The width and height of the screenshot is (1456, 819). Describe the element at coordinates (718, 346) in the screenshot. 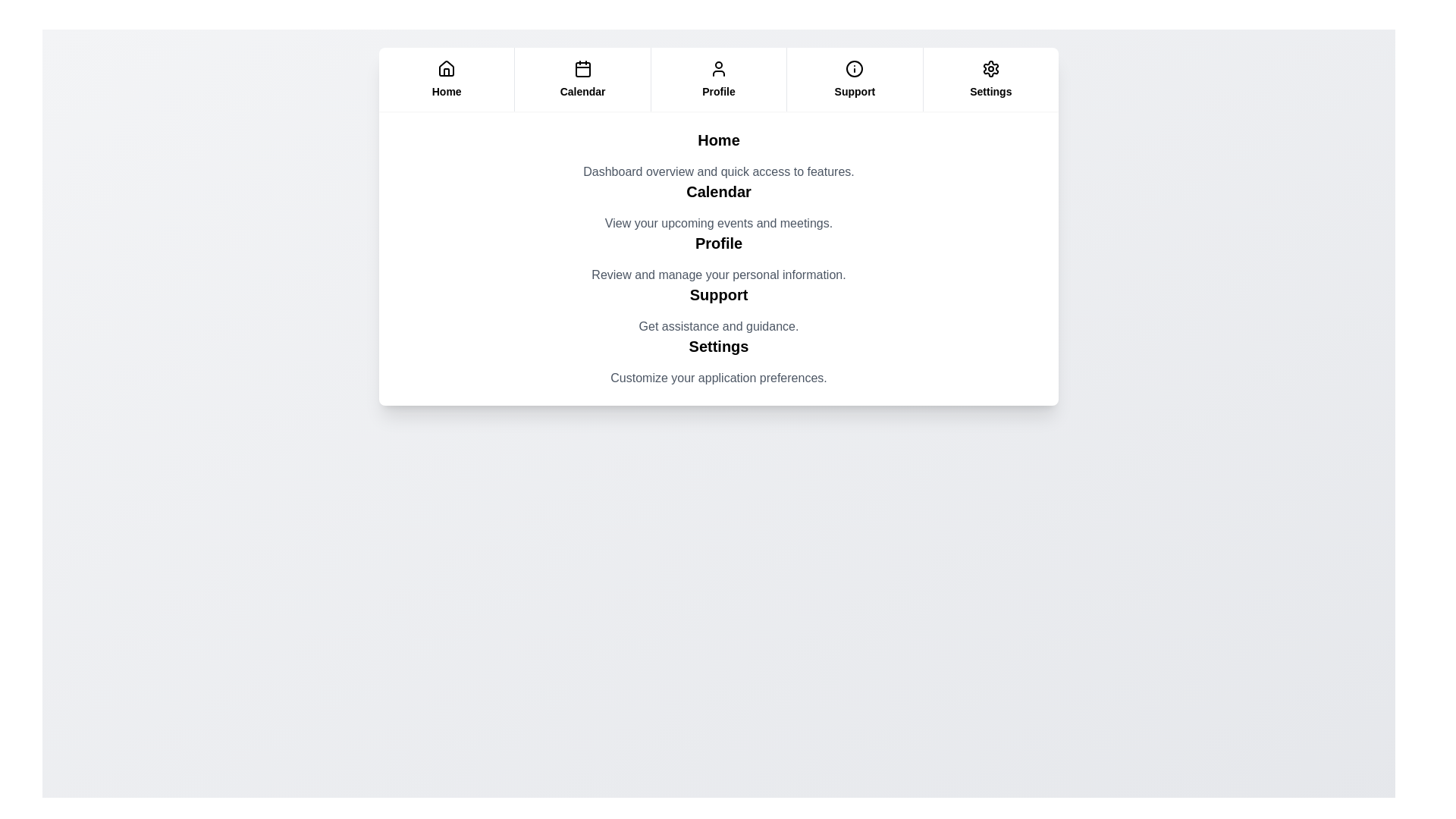

I see `the static text that labels the section for settings-related options, located above the text 'Customize your application preferences.'` at that location.